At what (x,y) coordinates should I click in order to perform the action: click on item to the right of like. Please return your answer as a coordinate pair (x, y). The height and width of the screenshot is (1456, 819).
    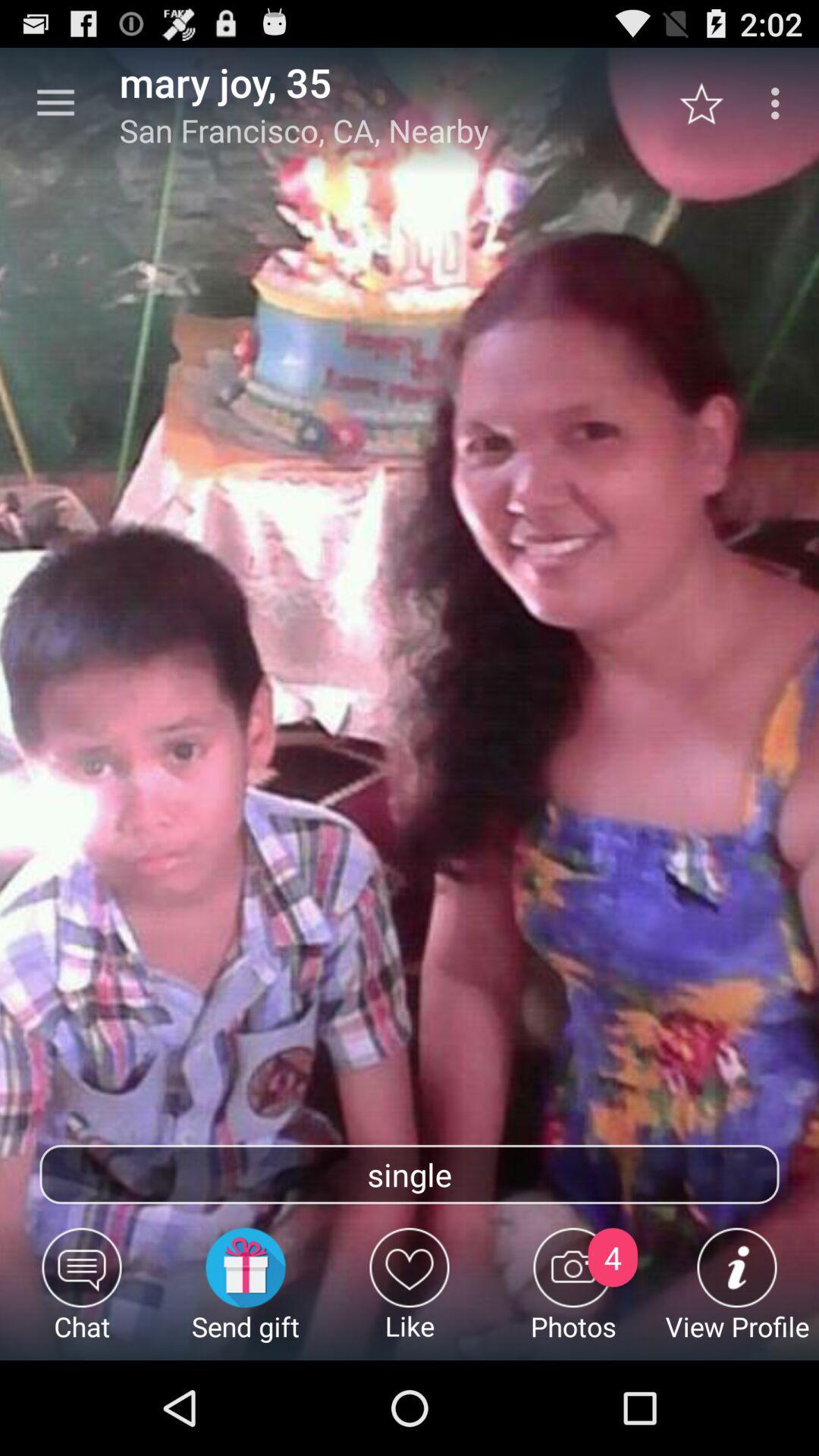
    Looking at the image, I should click on (573, 1293).